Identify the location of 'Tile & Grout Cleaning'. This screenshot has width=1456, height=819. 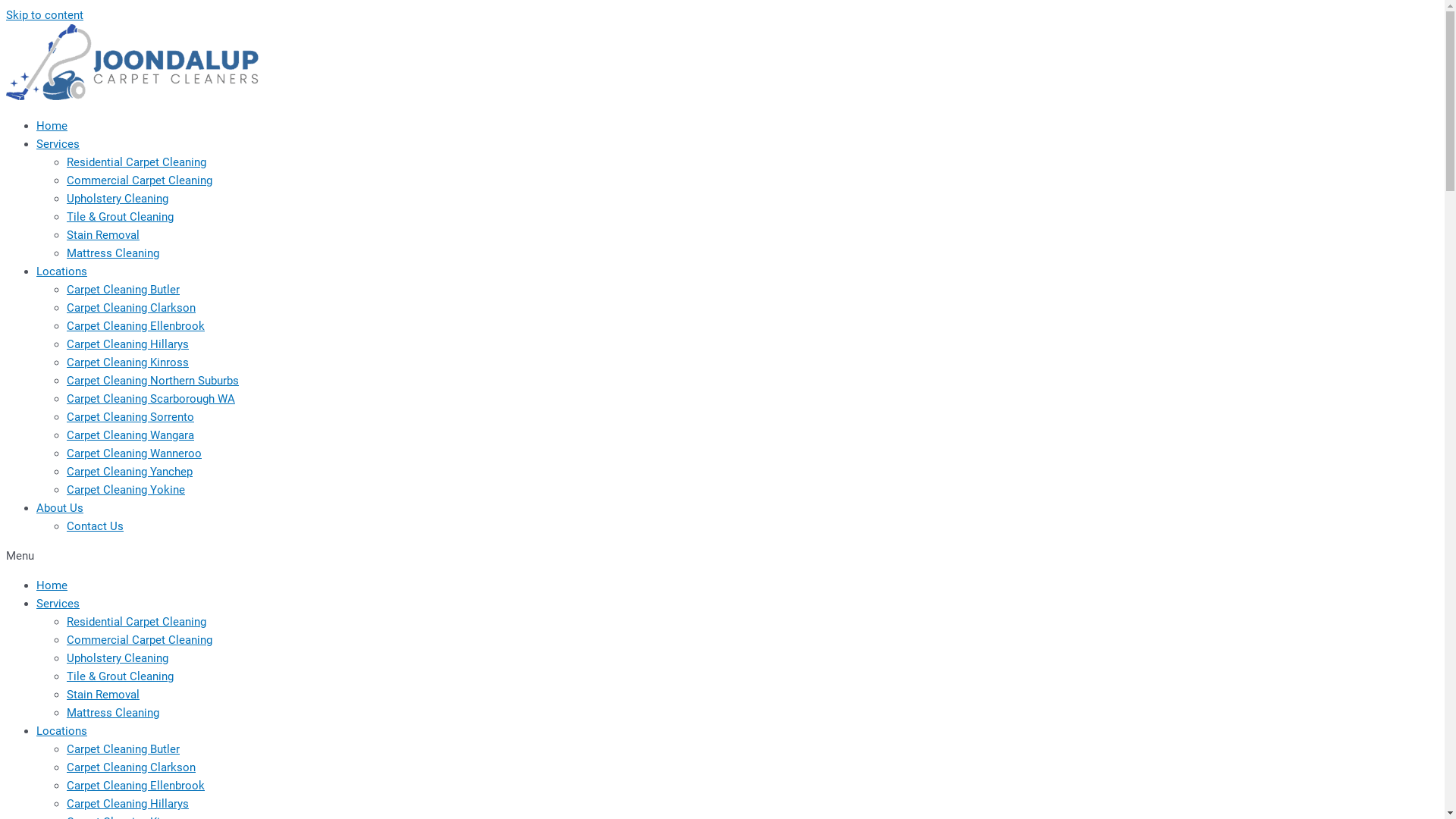
(119, 216).